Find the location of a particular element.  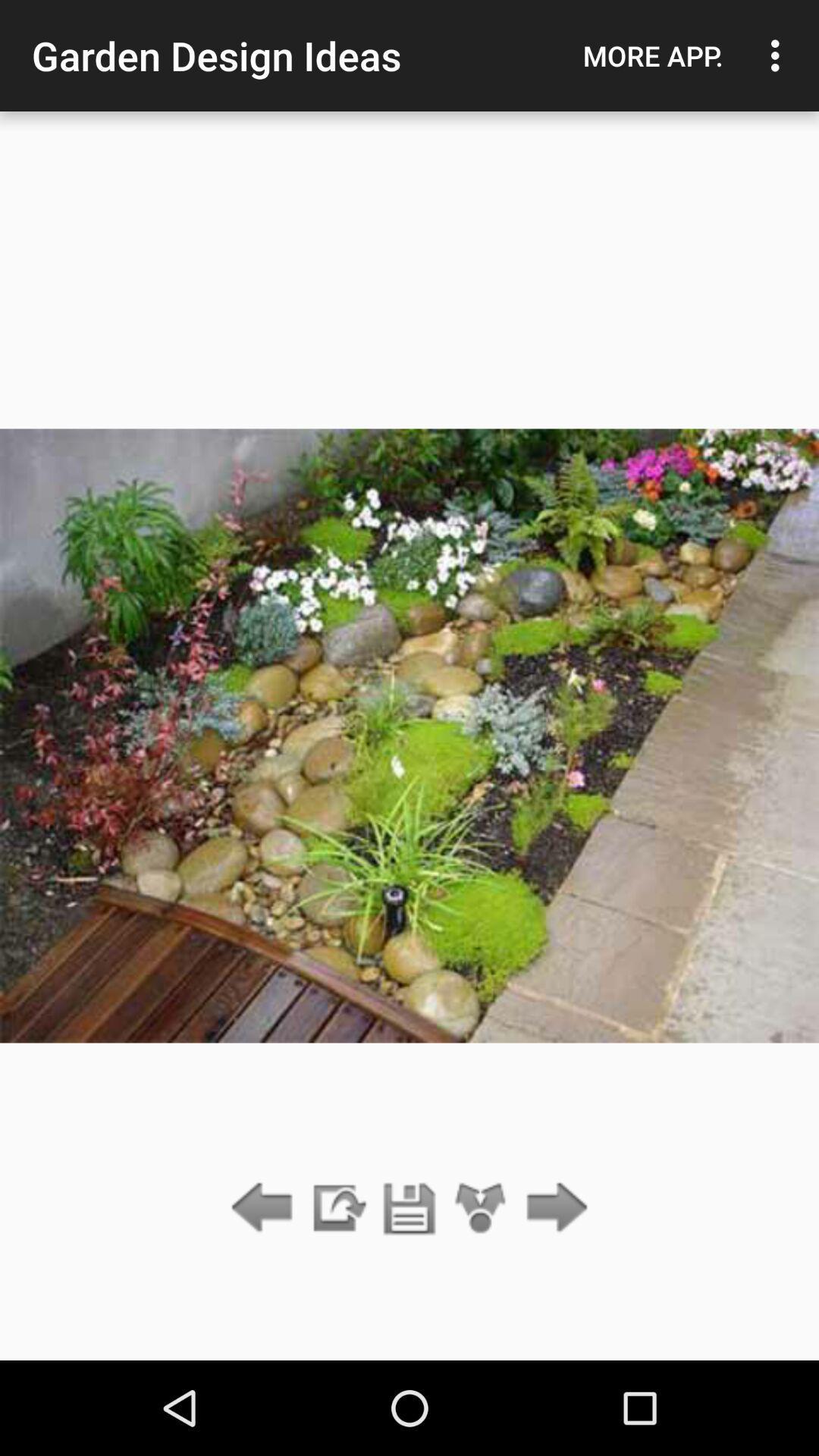

the app to the right of the garden design ideas is located at coordinates (652, 55).